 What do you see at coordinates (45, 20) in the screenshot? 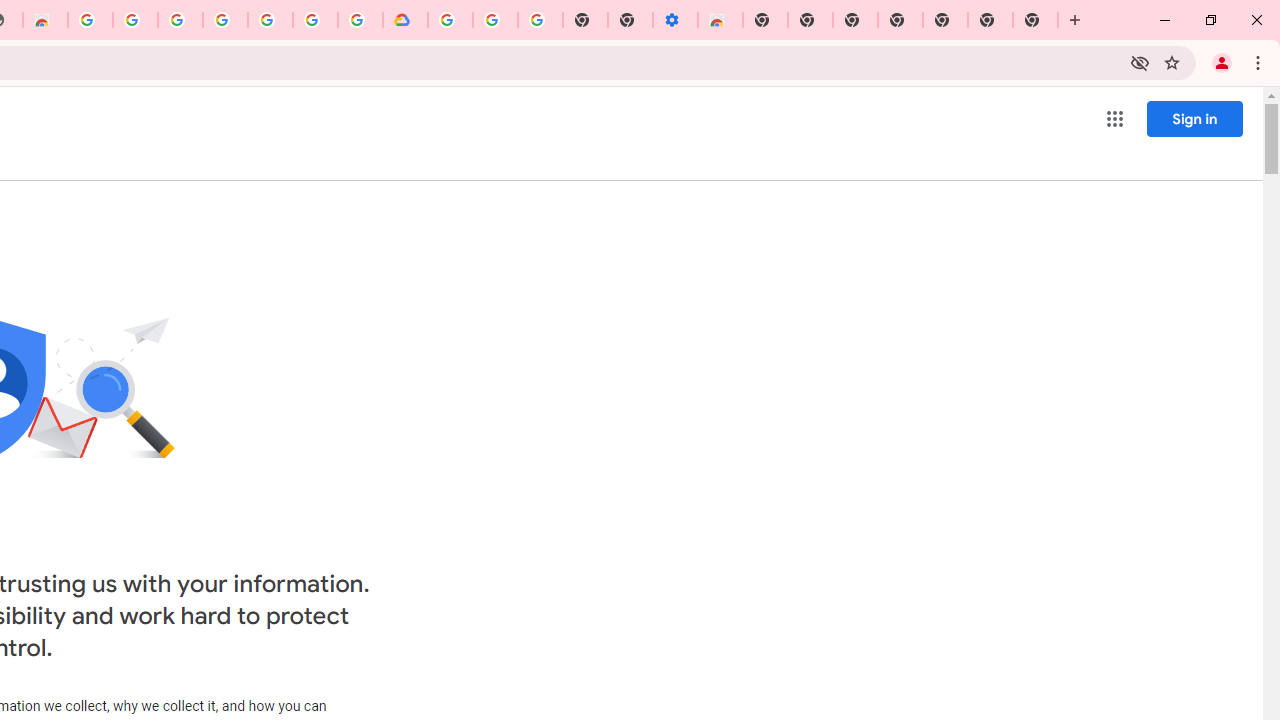
I see `'Chrome Web Store - Household'` at bounding box center [45, 20].